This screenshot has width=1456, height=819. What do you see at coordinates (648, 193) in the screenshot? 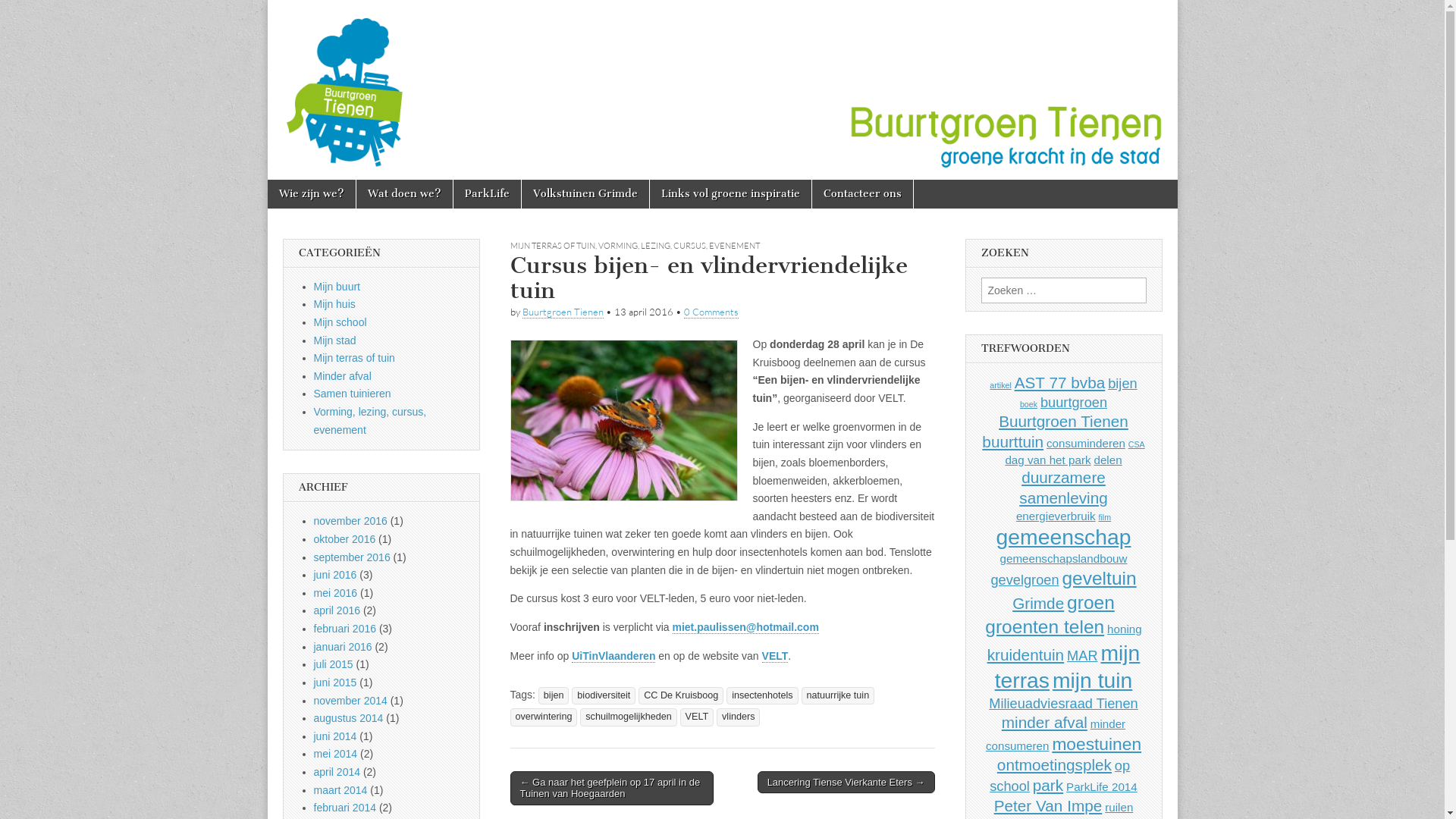
I see `'Links vol groene inspiratie'` at bounding box center [648, 193].